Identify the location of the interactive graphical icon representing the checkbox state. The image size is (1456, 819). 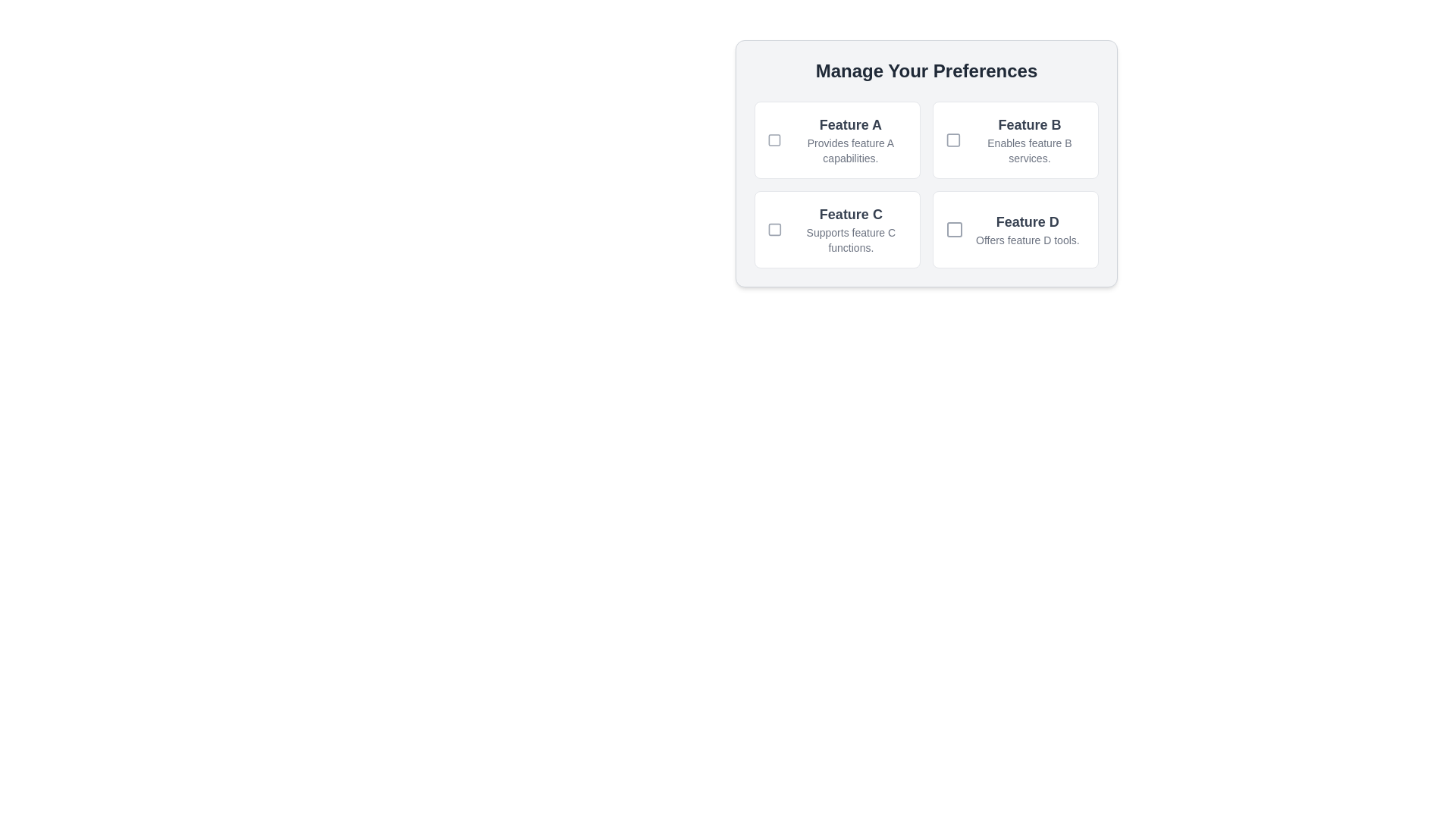
(952, 140).